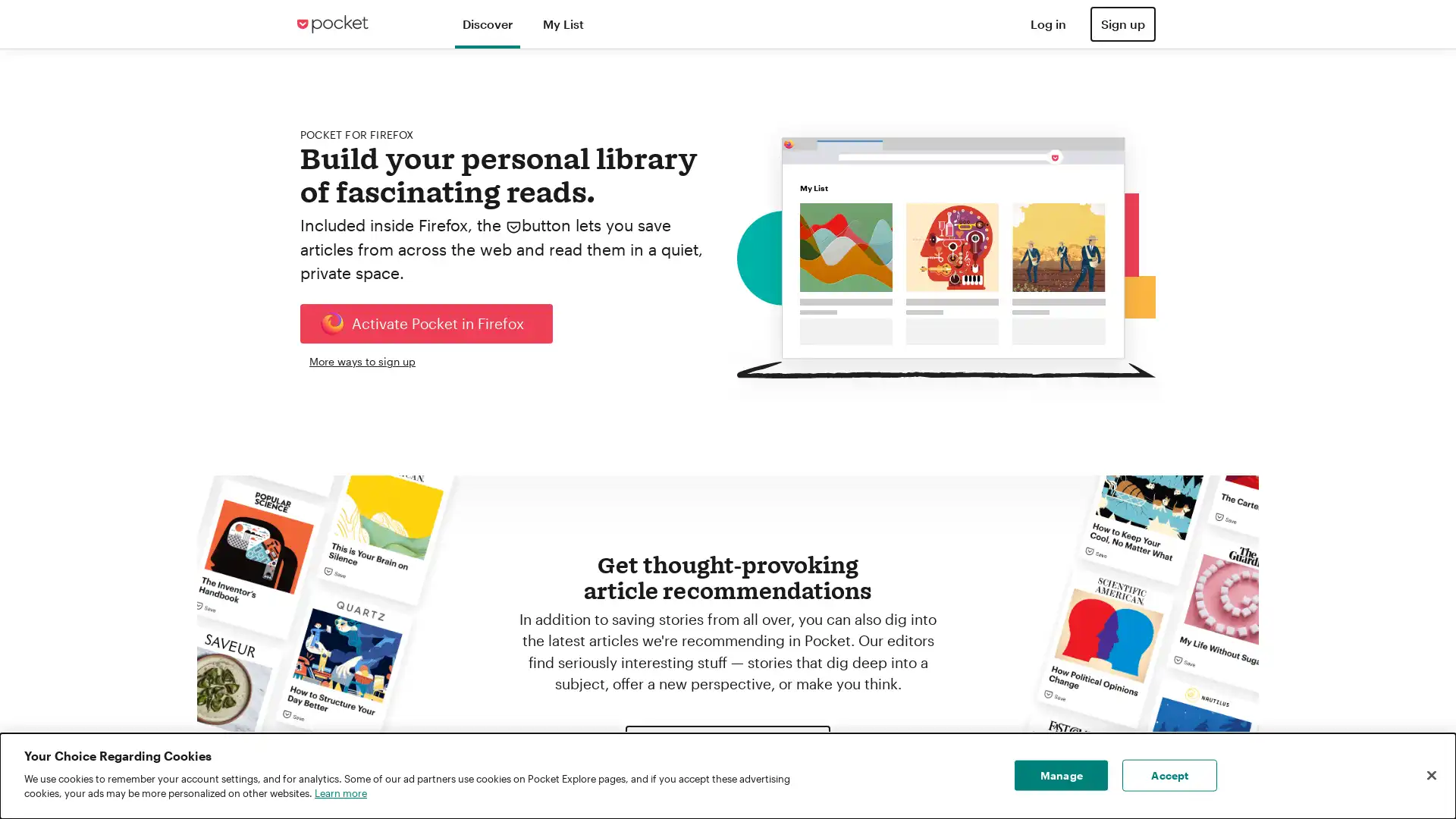 This screenshot has width=1456, height=819. I want to click on Manage, so click(1060, 775).